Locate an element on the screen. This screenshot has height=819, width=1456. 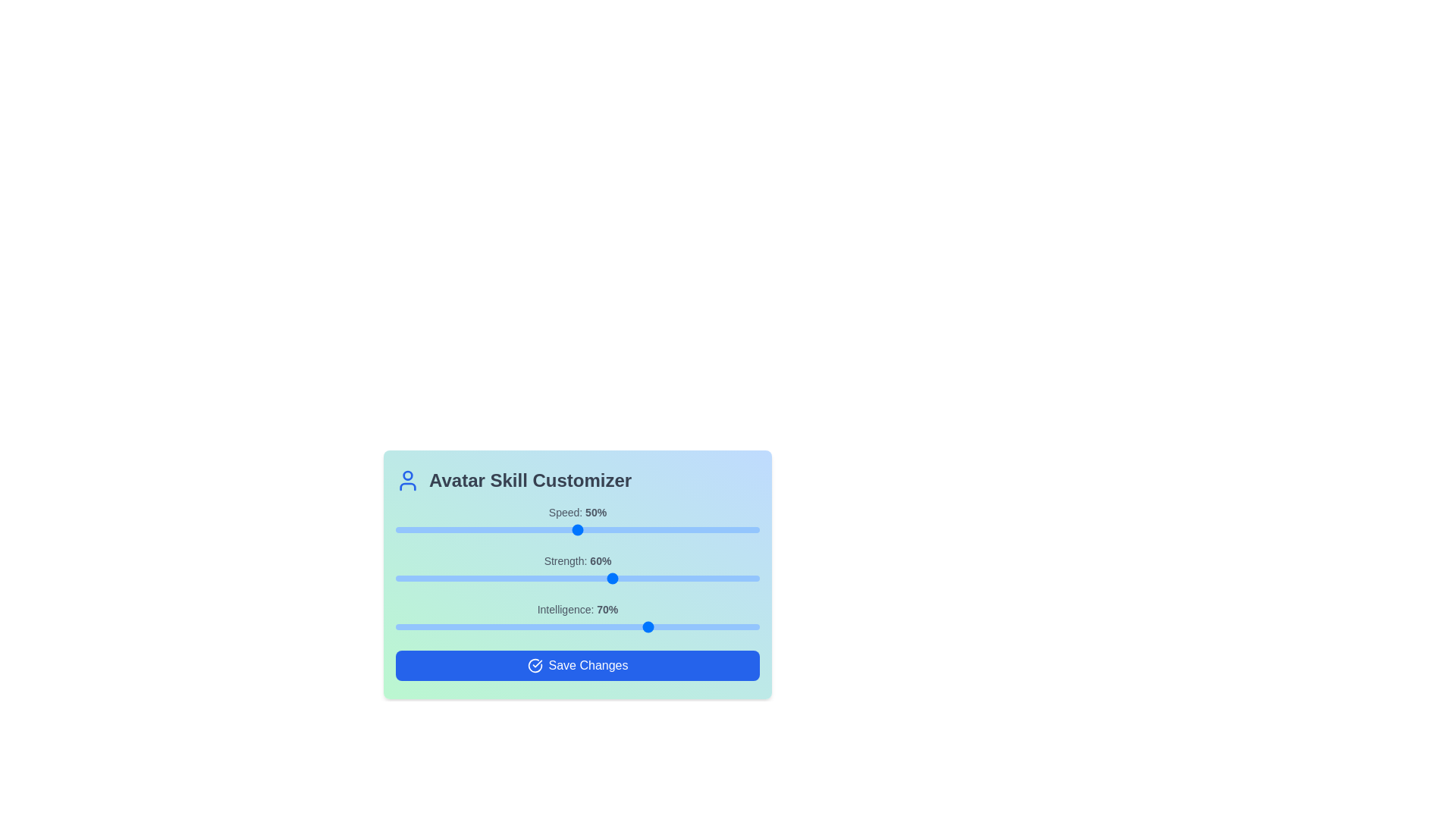
the knob of the 'Intelligence: 70%' slider located within the 'Avatar Skill Customizer' card is located at coordinates (577, 619).